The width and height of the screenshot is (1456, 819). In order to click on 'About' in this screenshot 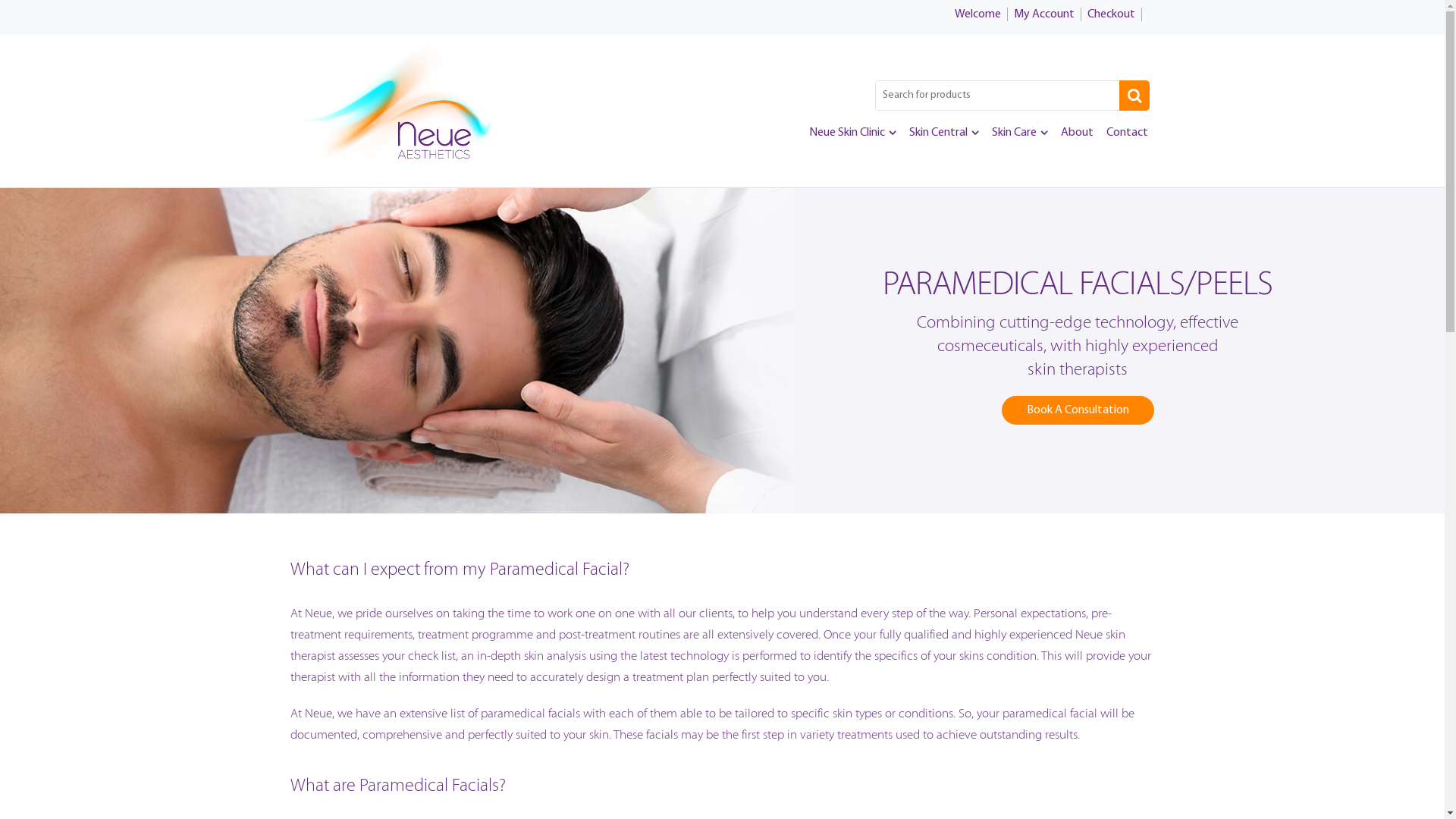, I will do `click(1075, 131)`.